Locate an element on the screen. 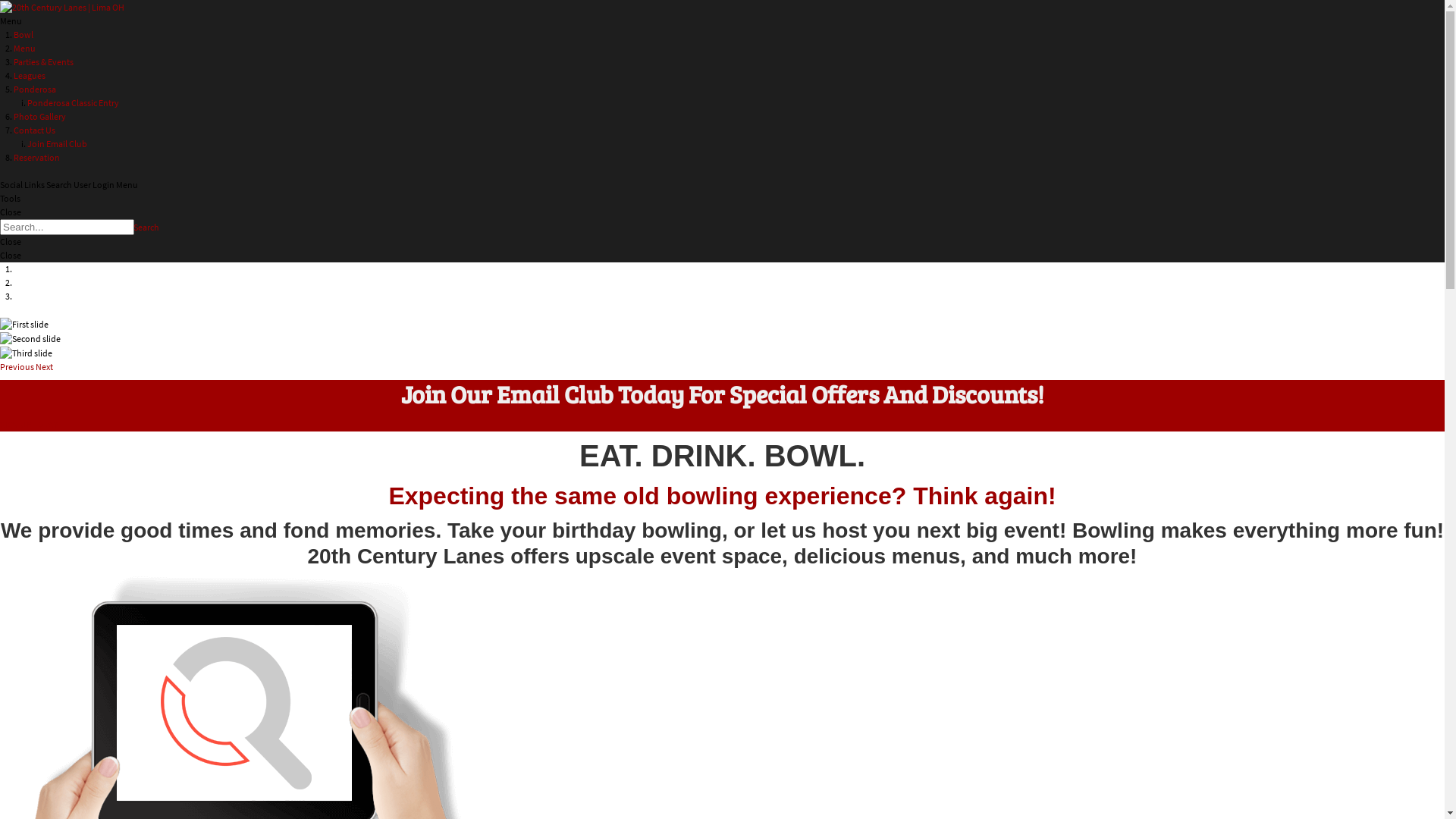  'Ponderosa Classic Entry' is located at coordinates (27, 102).